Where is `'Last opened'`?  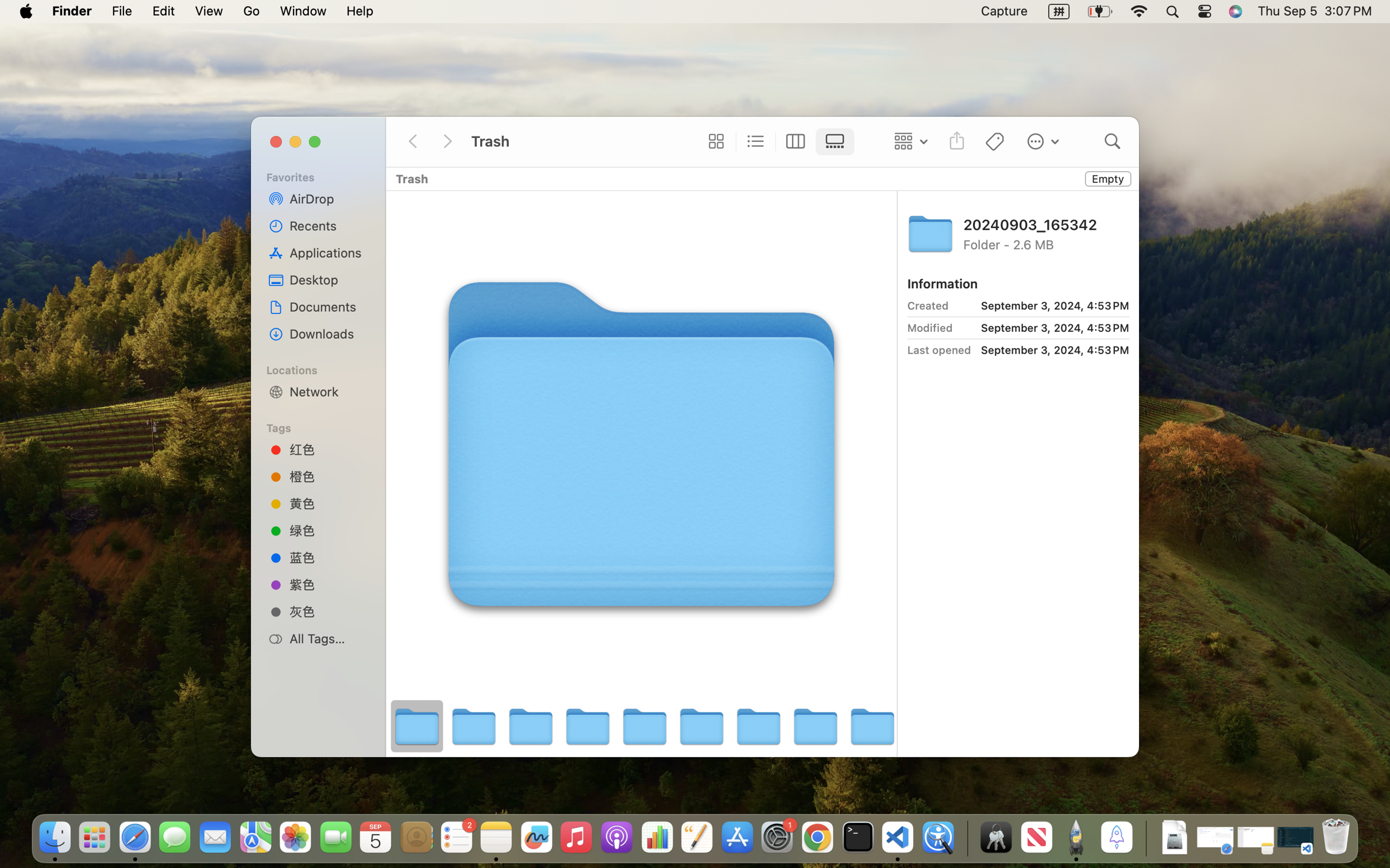 'Last opened' is located at coordinates (939, 349).